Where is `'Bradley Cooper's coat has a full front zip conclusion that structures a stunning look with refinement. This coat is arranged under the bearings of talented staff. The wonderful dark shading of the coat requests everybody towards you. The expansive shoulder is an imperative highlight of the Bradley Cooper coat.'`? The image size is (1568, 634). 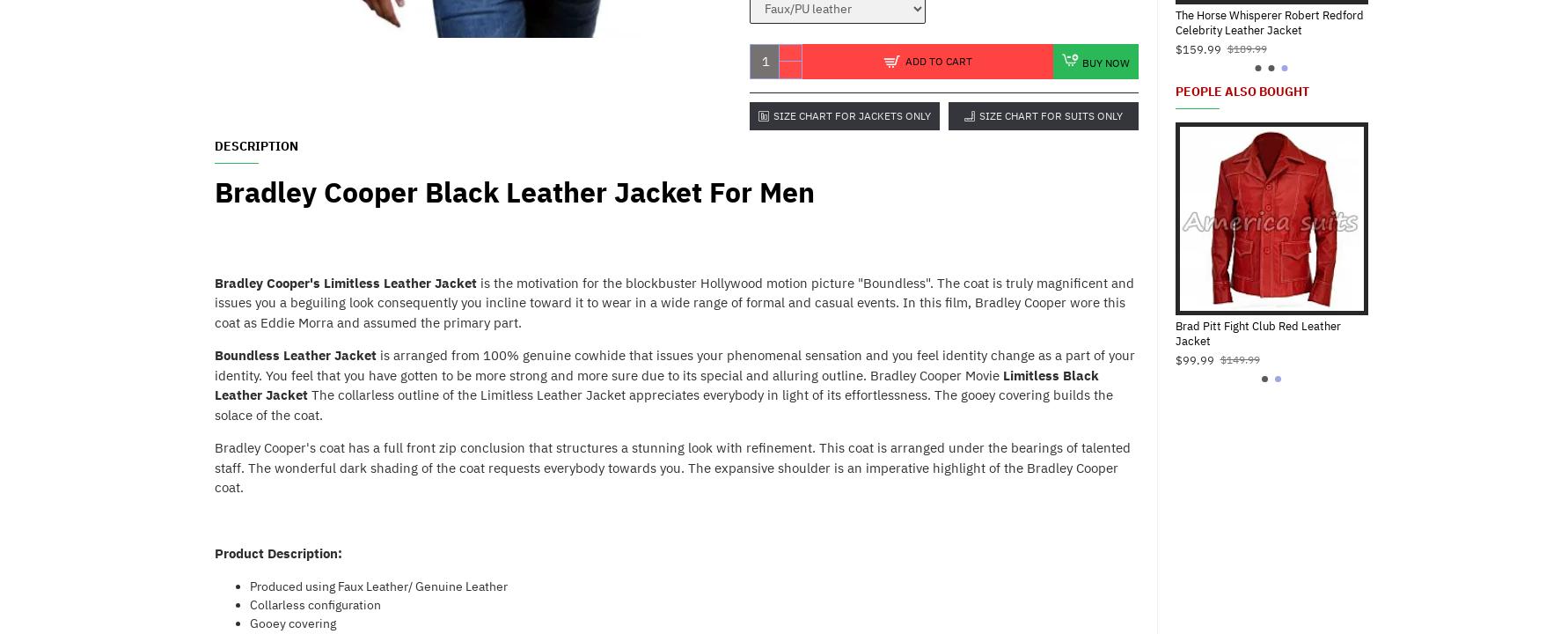 'Bradley Cooper's coat has a full front zip conclusion that structures a stunning look with refinement. This coat is arranged under the bearings of talented staff. The wonderful dark shading of the coat requests everybody towards you. The expansive shoulder is an imperative highlight of the Bradley Cooper coat.' is located at coordinates (214, 467).